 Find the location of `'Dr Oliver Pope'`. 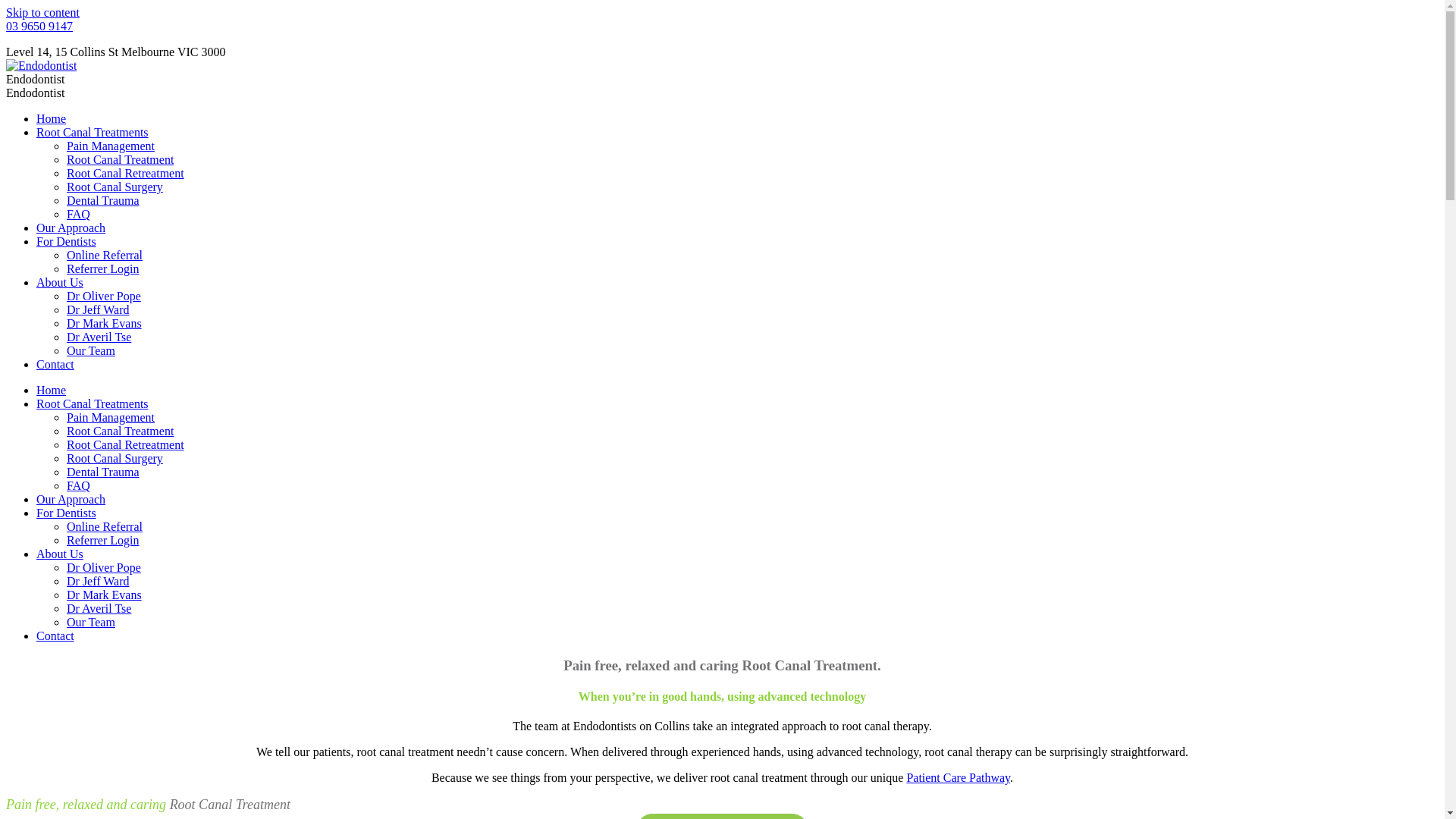

'Dr Oliver Pope' is located at coordinates (103, 296).